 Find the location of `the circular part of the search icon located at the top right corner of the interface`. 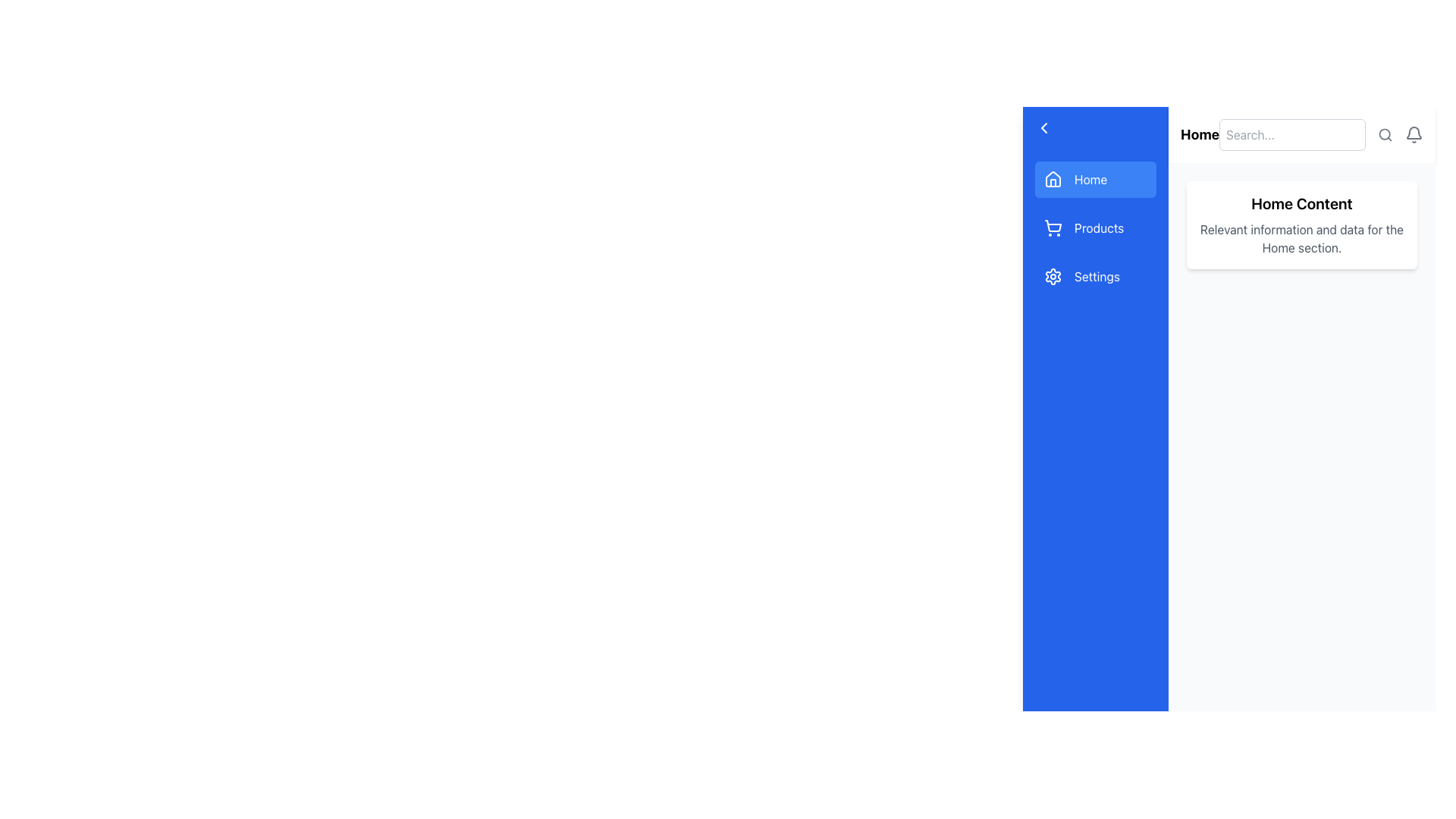

the circular part of the search icon located at the top right corner of the interface is located at coordinates (1385, 133).